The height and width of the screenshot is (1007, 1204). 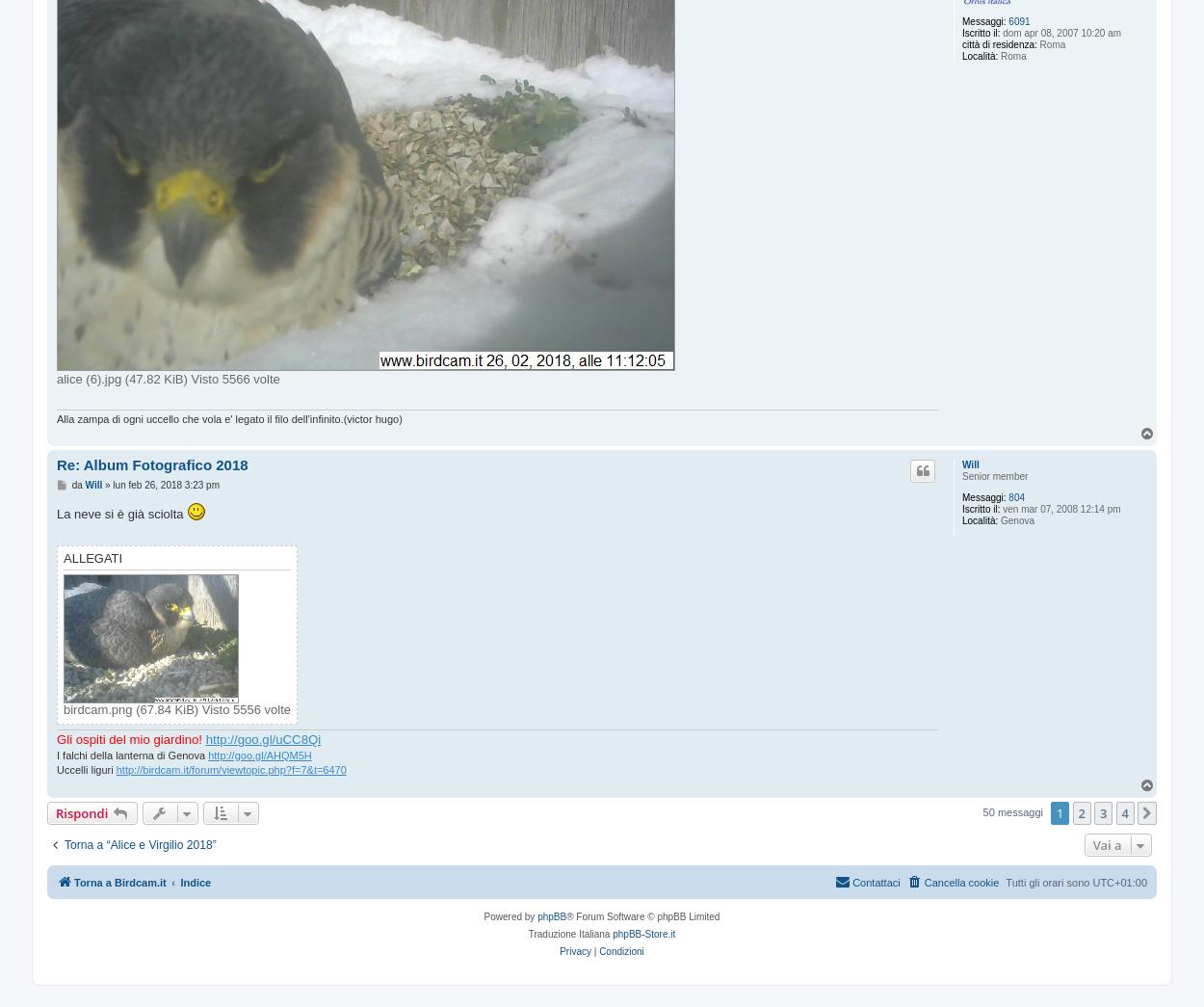 What do you see at coordinates (593, 950) in the screenshot?
I see `'|'` at bounding box center [593, 950].